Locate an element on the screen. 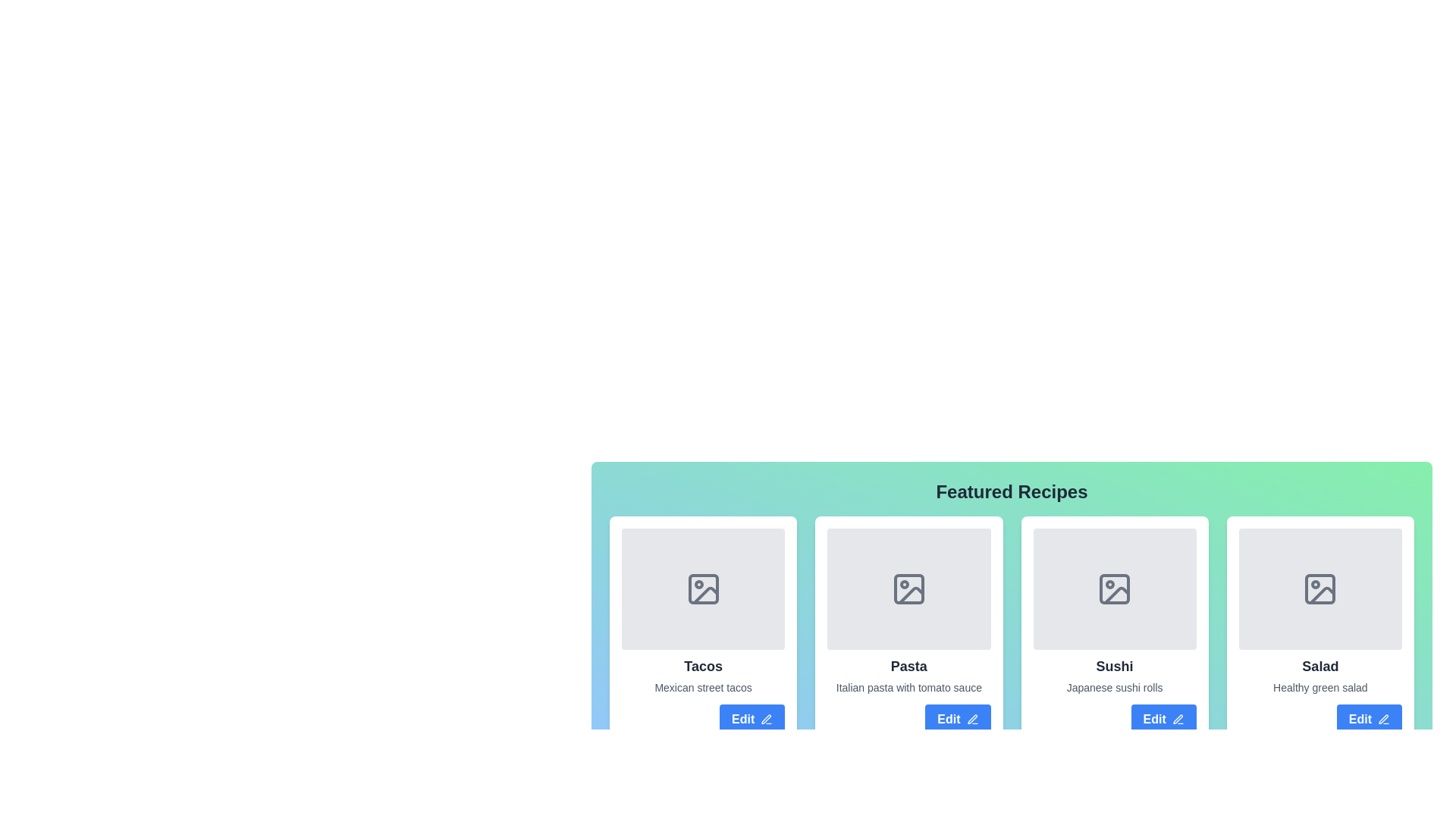 This screenshot has height=819, width=1456. the image placeholder element at the top part of the 'Tacos' card, which features a light gray background with rounded corners and an image gallery icon in medium gray tones is located at coordinates (702, 588).